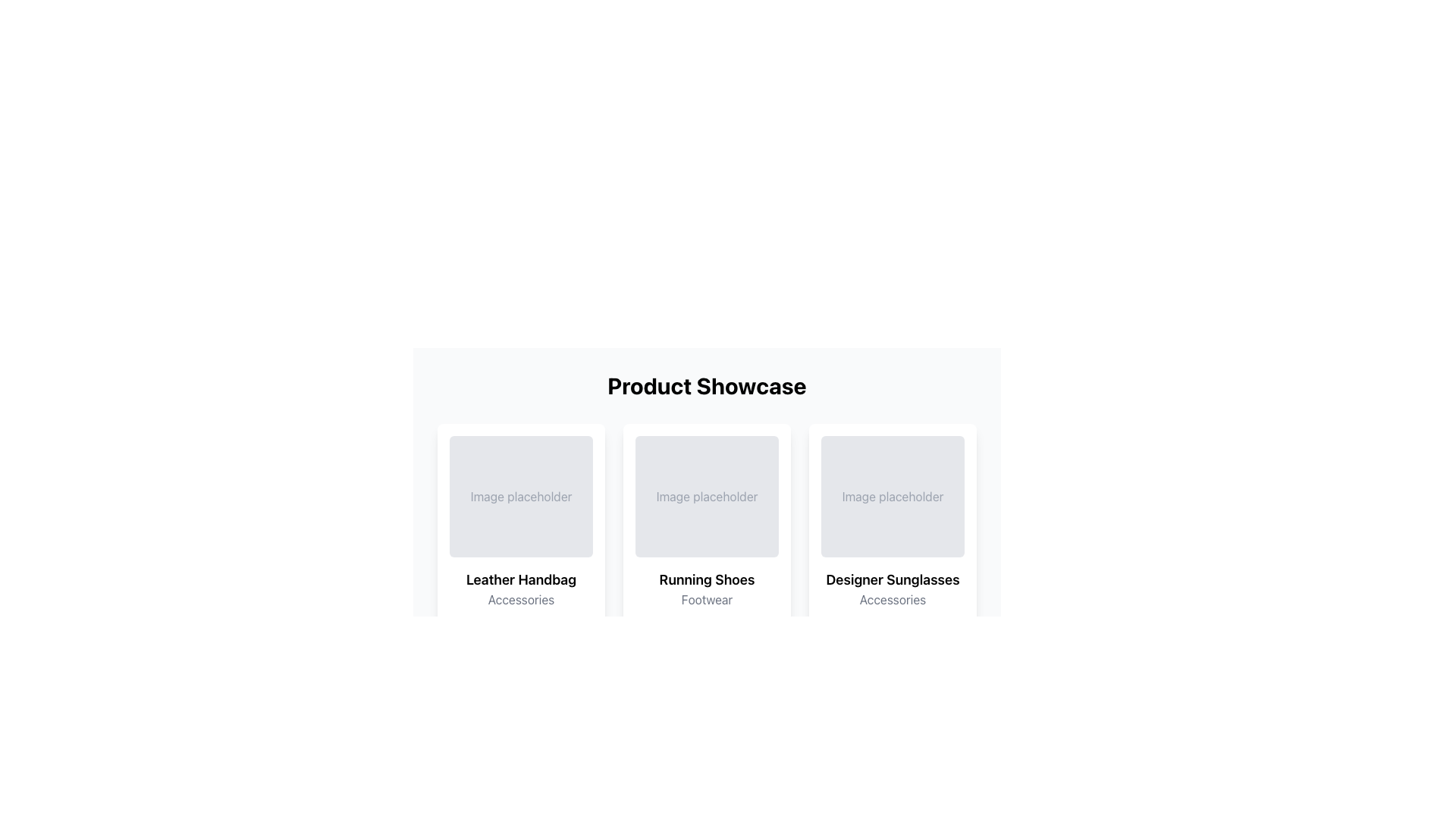  I want to click on the 'Running Shoes' text label, which is bold and larger in font size, center-aligned in the middle product card of the displayed product cards, so click(706, 579).